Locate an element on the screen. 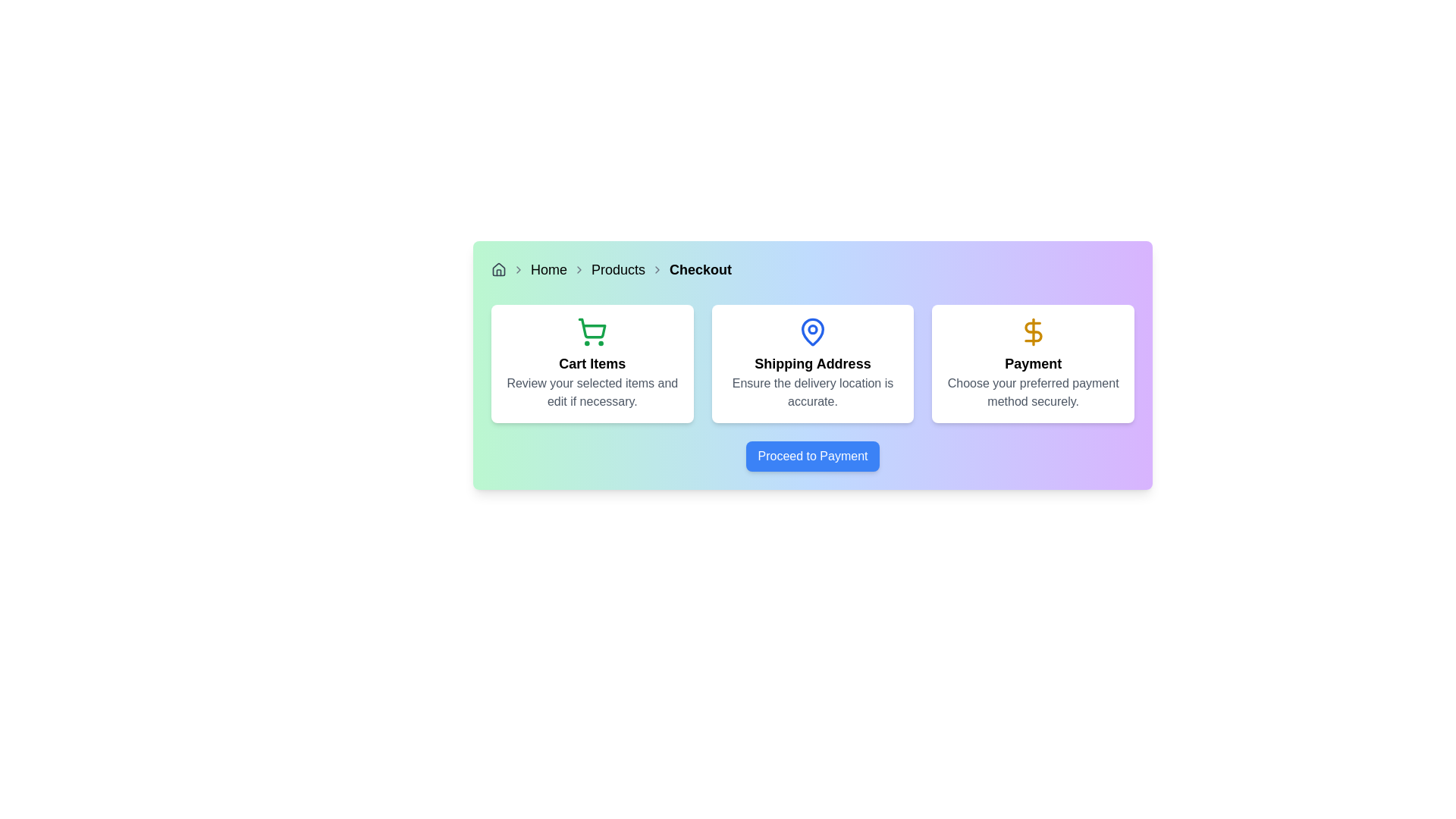  the first right-pointing chevron icon in the breadcrumb navigation bar, located between the house icon and the text 'Home' is located at coordinates (519, 268).